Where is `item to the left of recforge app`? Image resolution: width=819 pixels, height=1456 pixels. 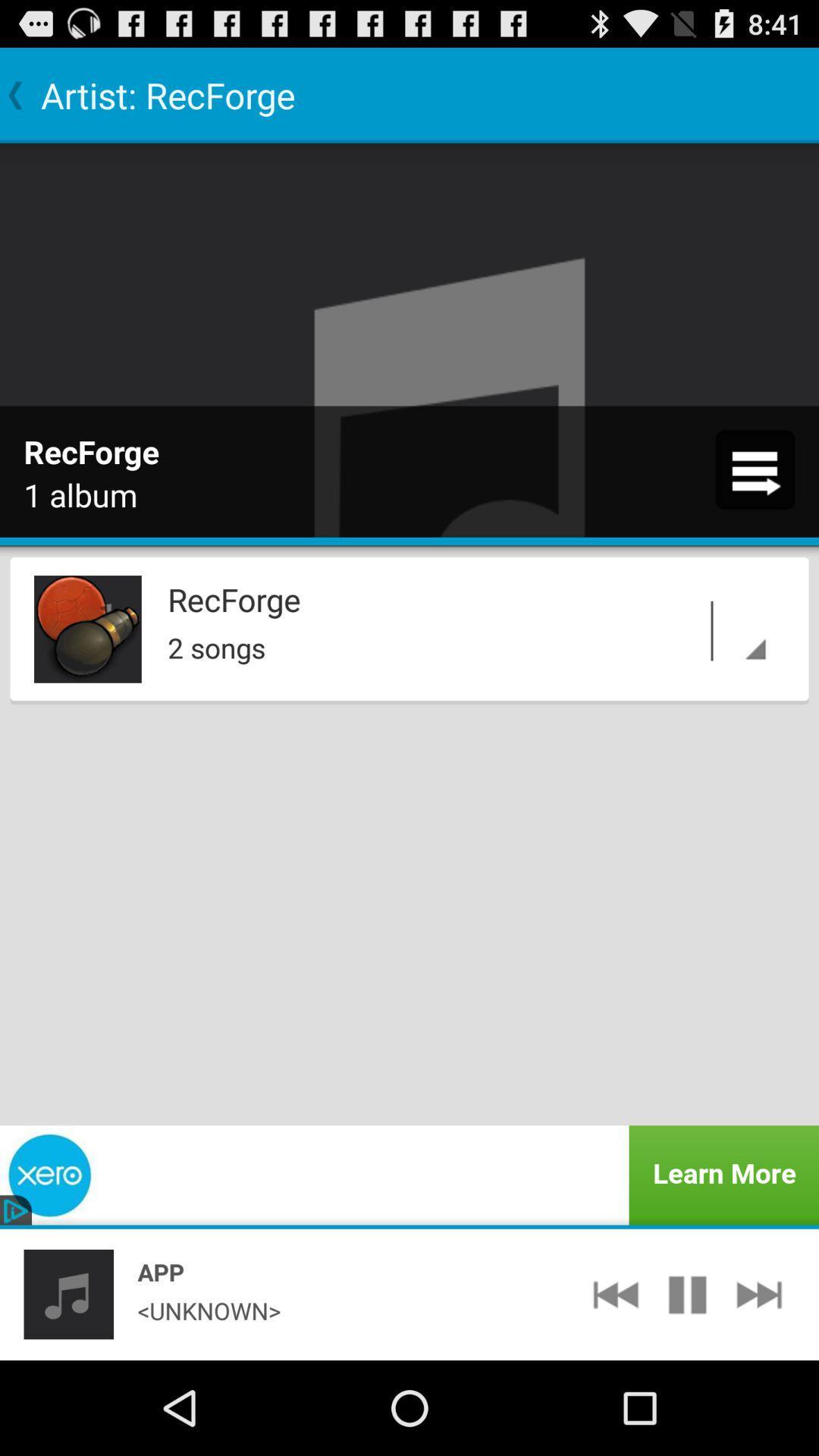
item to the left of recforge app is located at coordinates (87, 629).